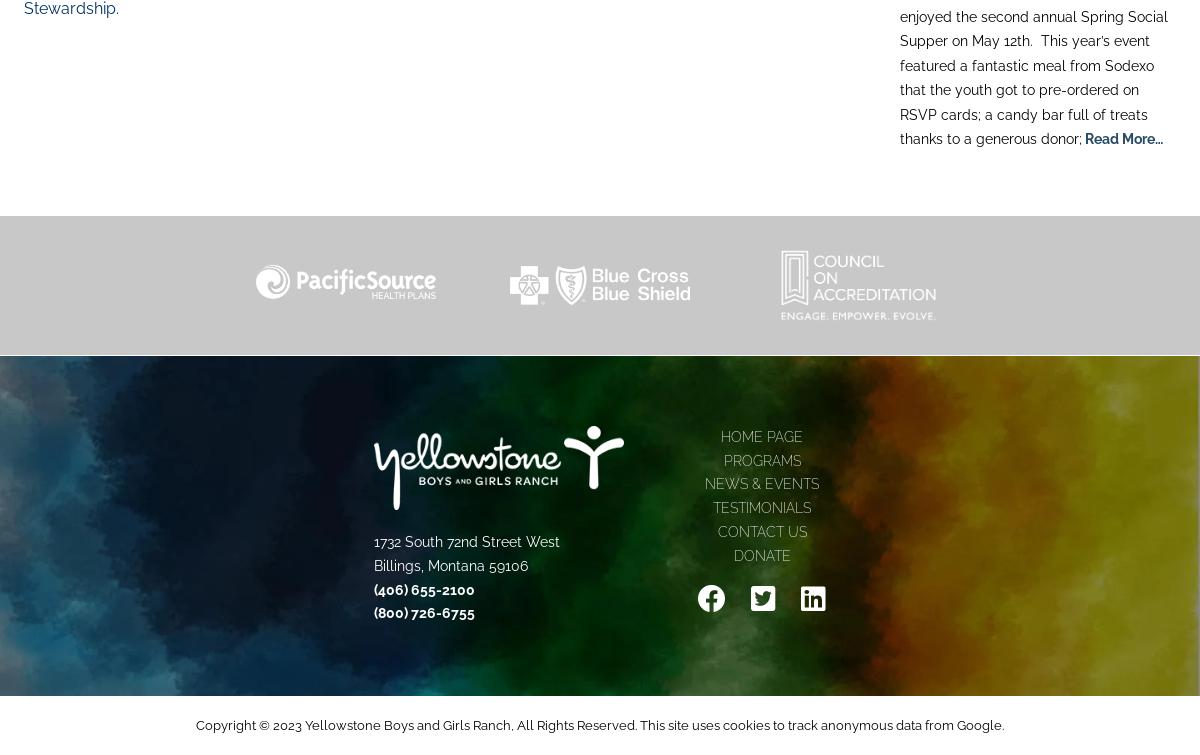 This screenshot has height=755, width=1200. Describe the element at coordinates (600, 724) in the screenshot. I see `'Copyright © 
    2023    Yellowstone Boys and Girls Ranch, All Rights Reserved.  This site uses cookies to track anonymous data from Google.'` at that location.